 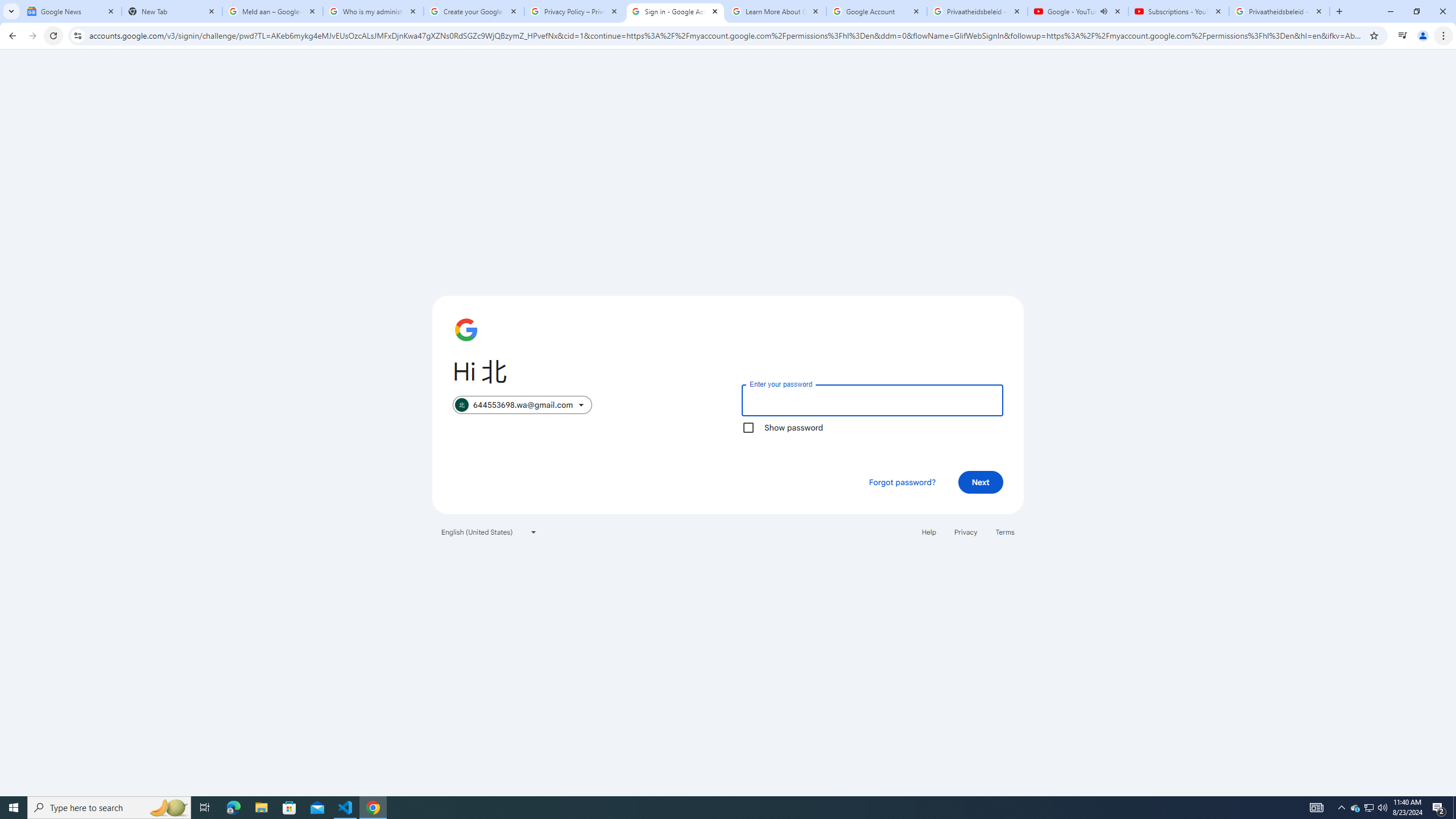 I want to click on 'Show password', so click(x=747, y=427).